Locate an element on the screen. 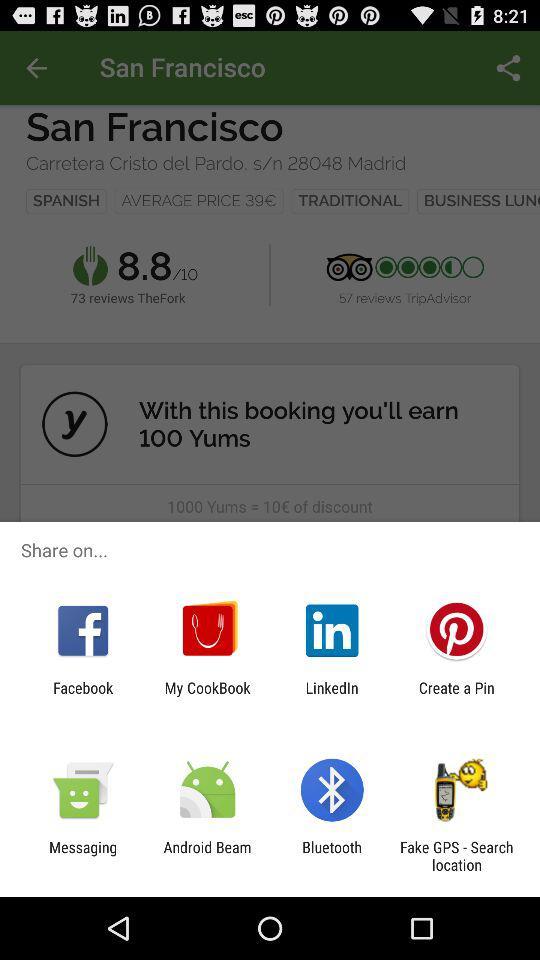 Image resolution: width=540 pixels, height=960 pixels. icon to the left of bluetooth item is located at coordinates (206, 855).